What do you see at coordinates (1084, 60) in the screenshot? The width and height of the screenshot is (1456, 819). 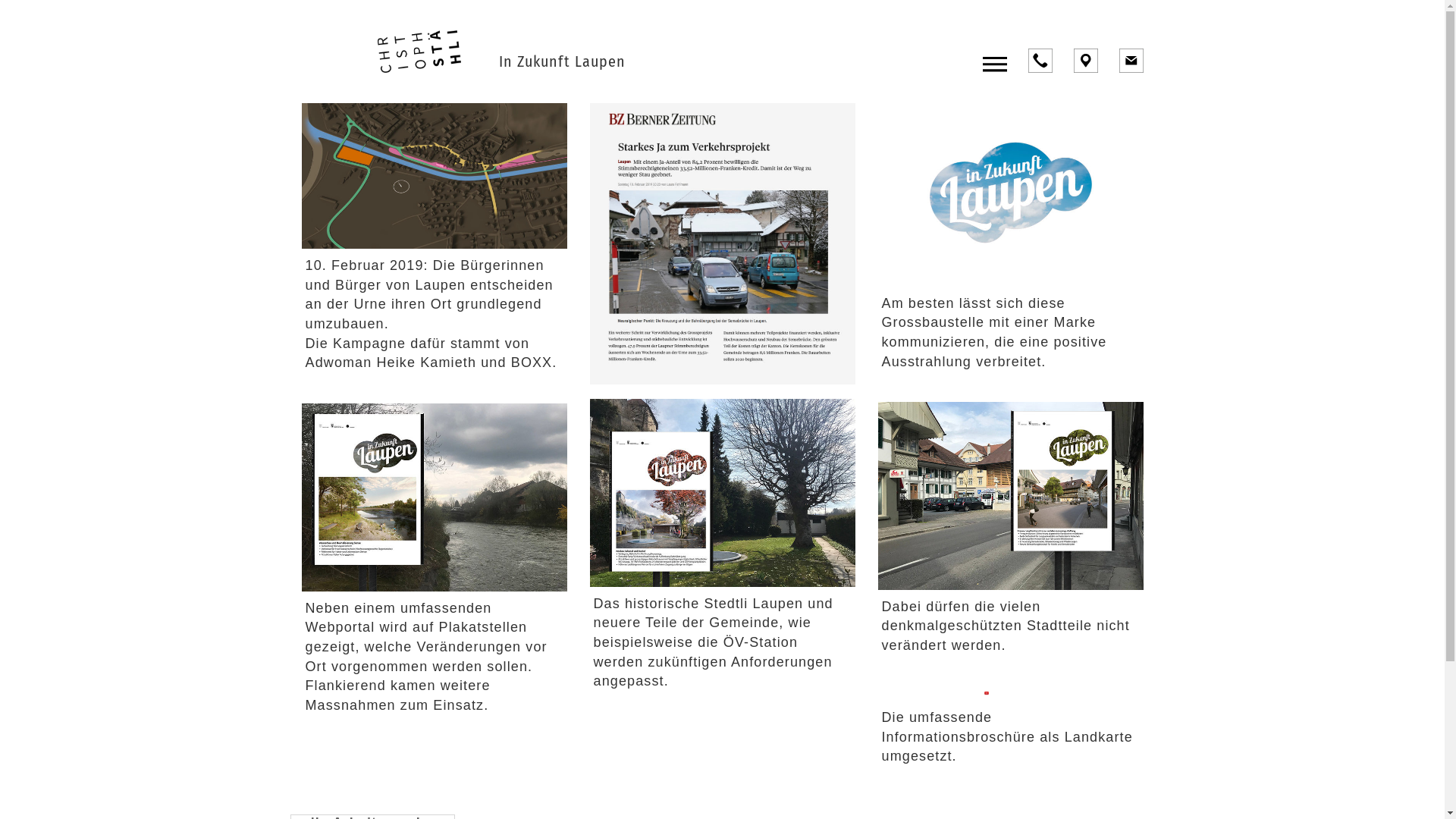 I see `'Location'` at bounding box center [1084, 60].